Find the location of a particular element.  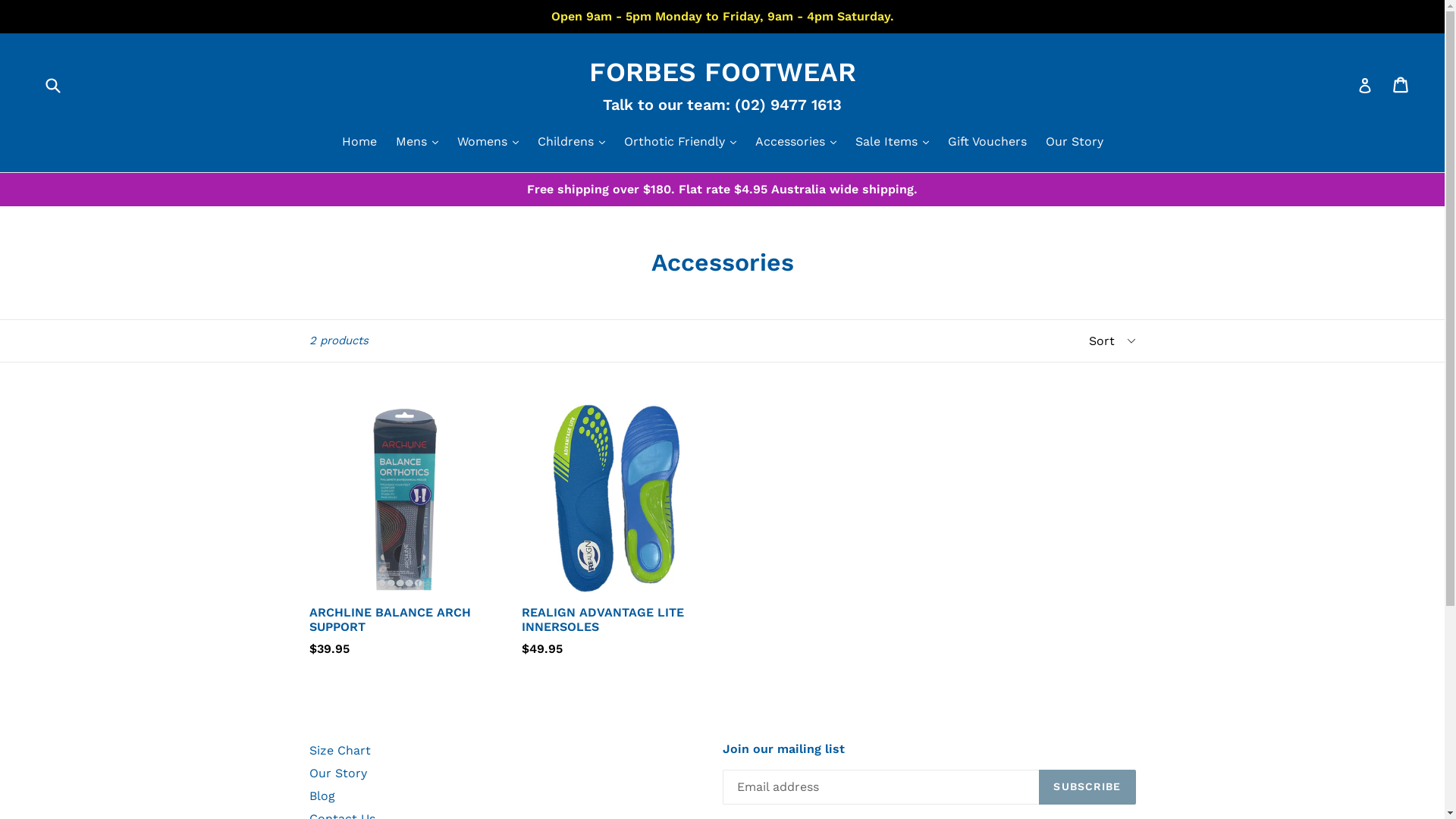

'Log in' is located at coordinates (1365, 84).